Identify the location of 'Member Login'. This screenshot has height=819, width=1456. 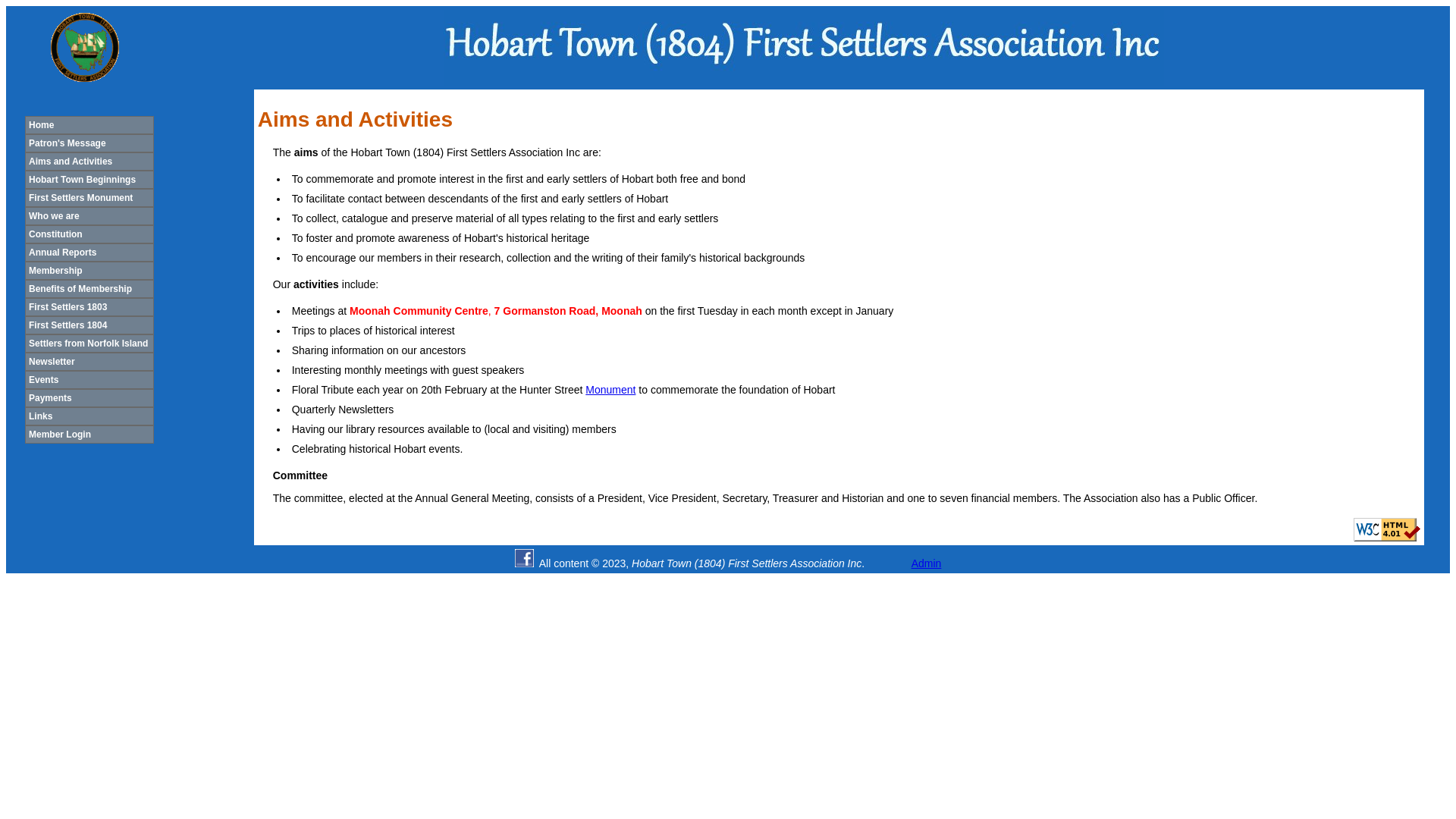
(89, 435).